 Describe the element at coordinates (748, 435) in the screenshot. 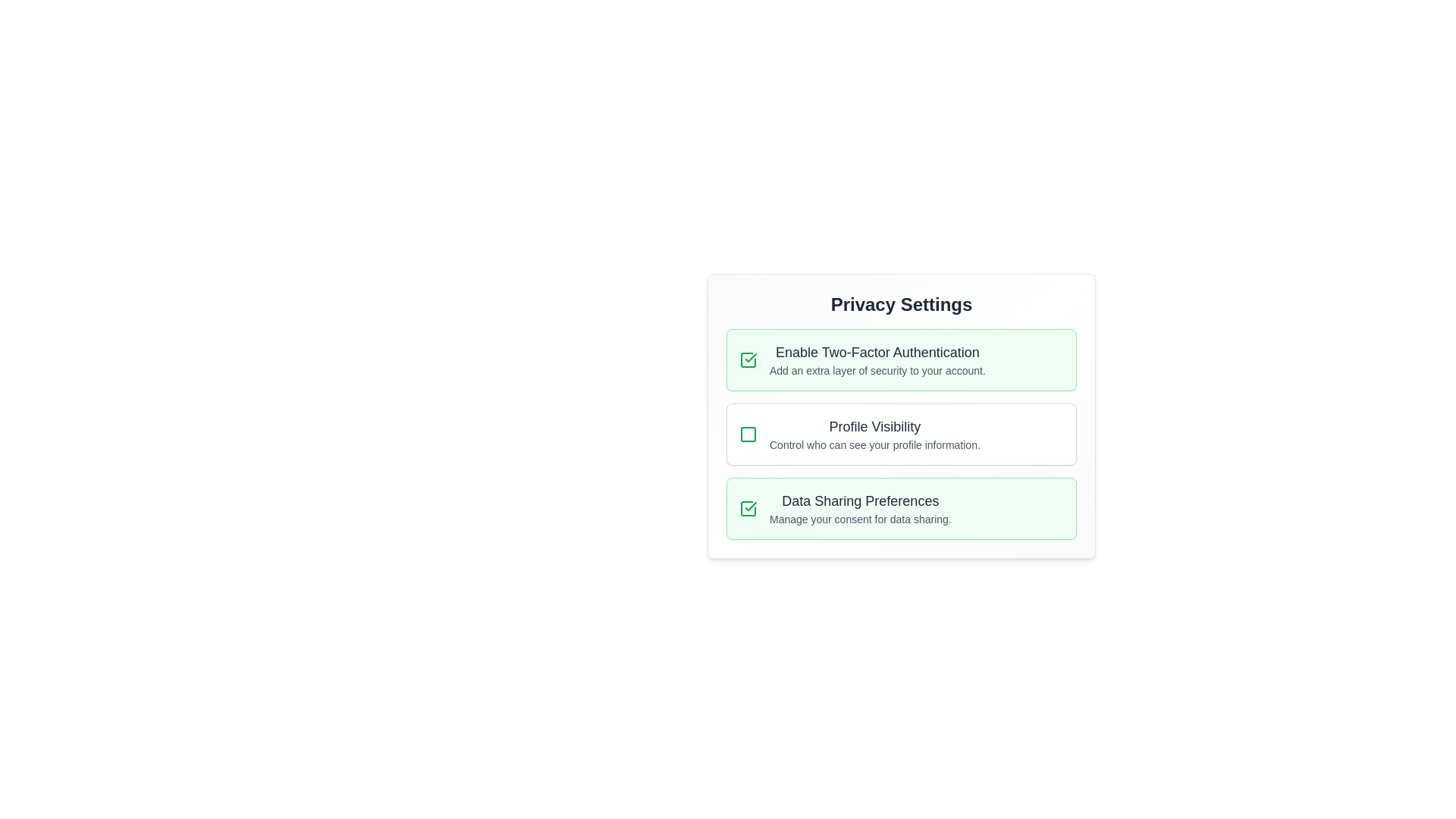

I see `the unselected red checkbox element located adjacent to the 'Profile Visibility' option in the 'Privacy Settings' list` at that location.